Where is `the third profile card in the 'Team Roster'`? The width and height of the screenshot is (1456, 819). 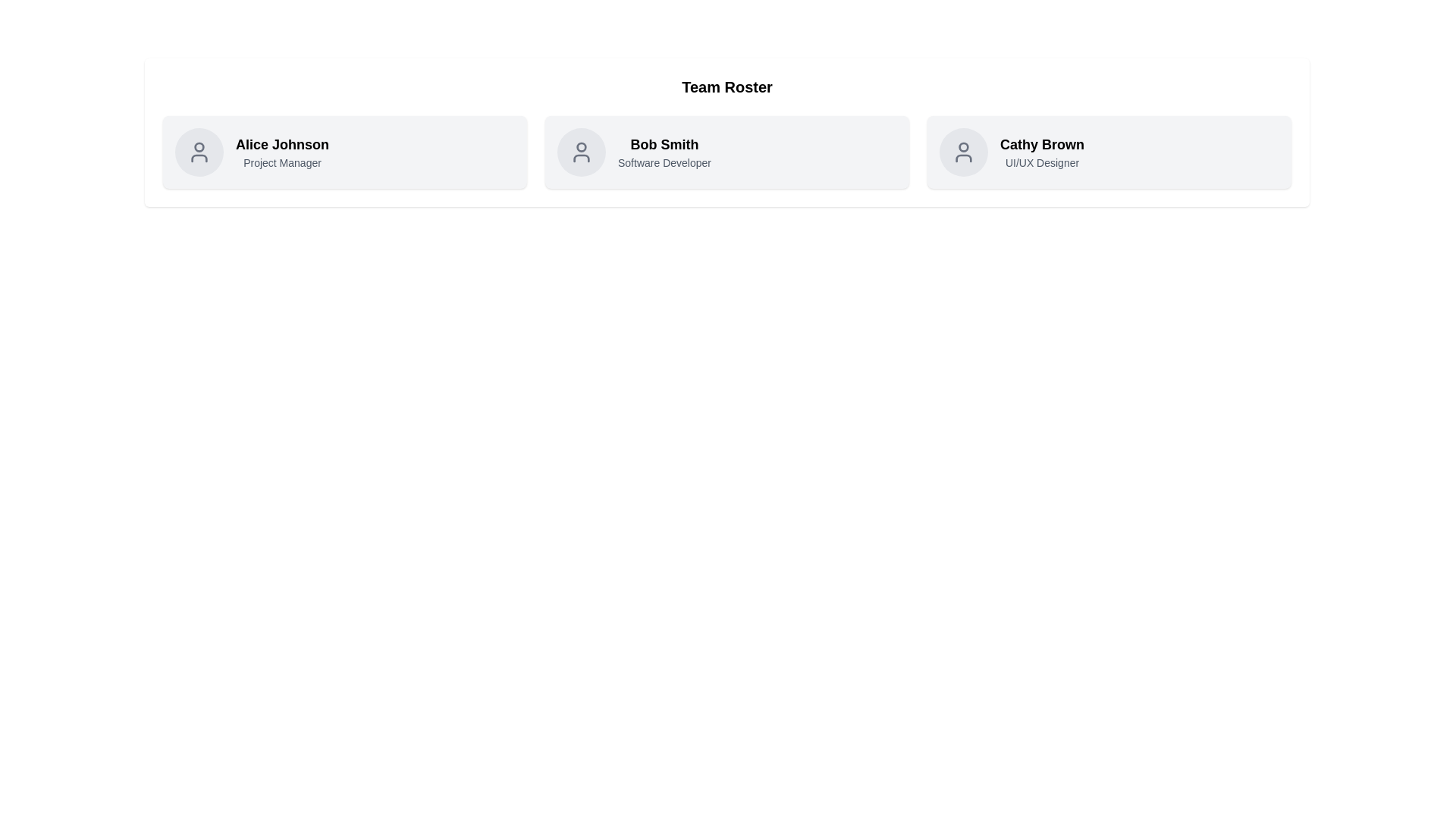
the third profile card in the 'Team Roster' is located at coordinates (1109, 152).